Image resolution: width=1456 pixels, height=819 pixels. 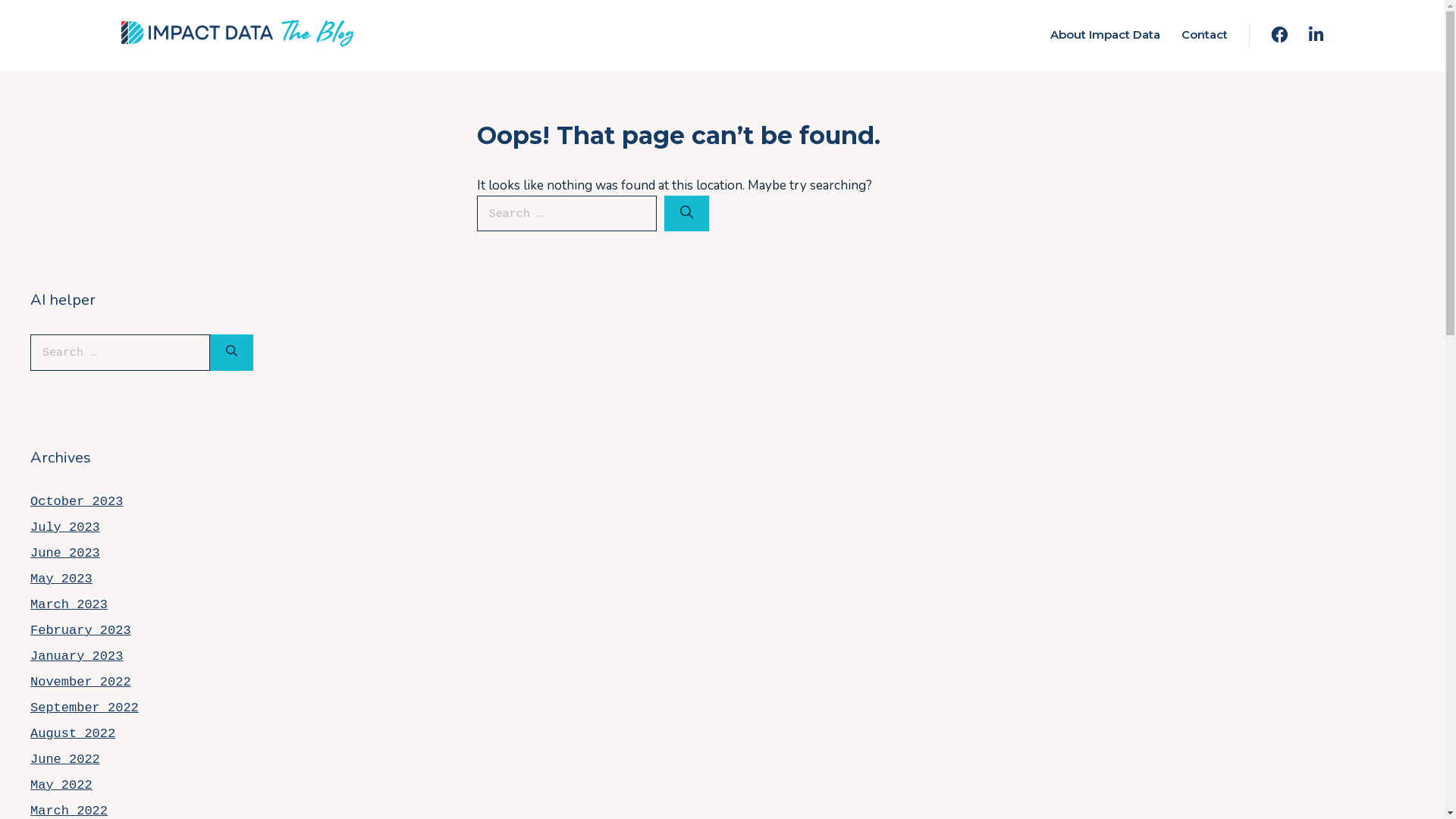 What do you see at coordinates (1105, 34) in the screenshot?
I see `'About Impact Data'` at bounding box center [1105, 34].